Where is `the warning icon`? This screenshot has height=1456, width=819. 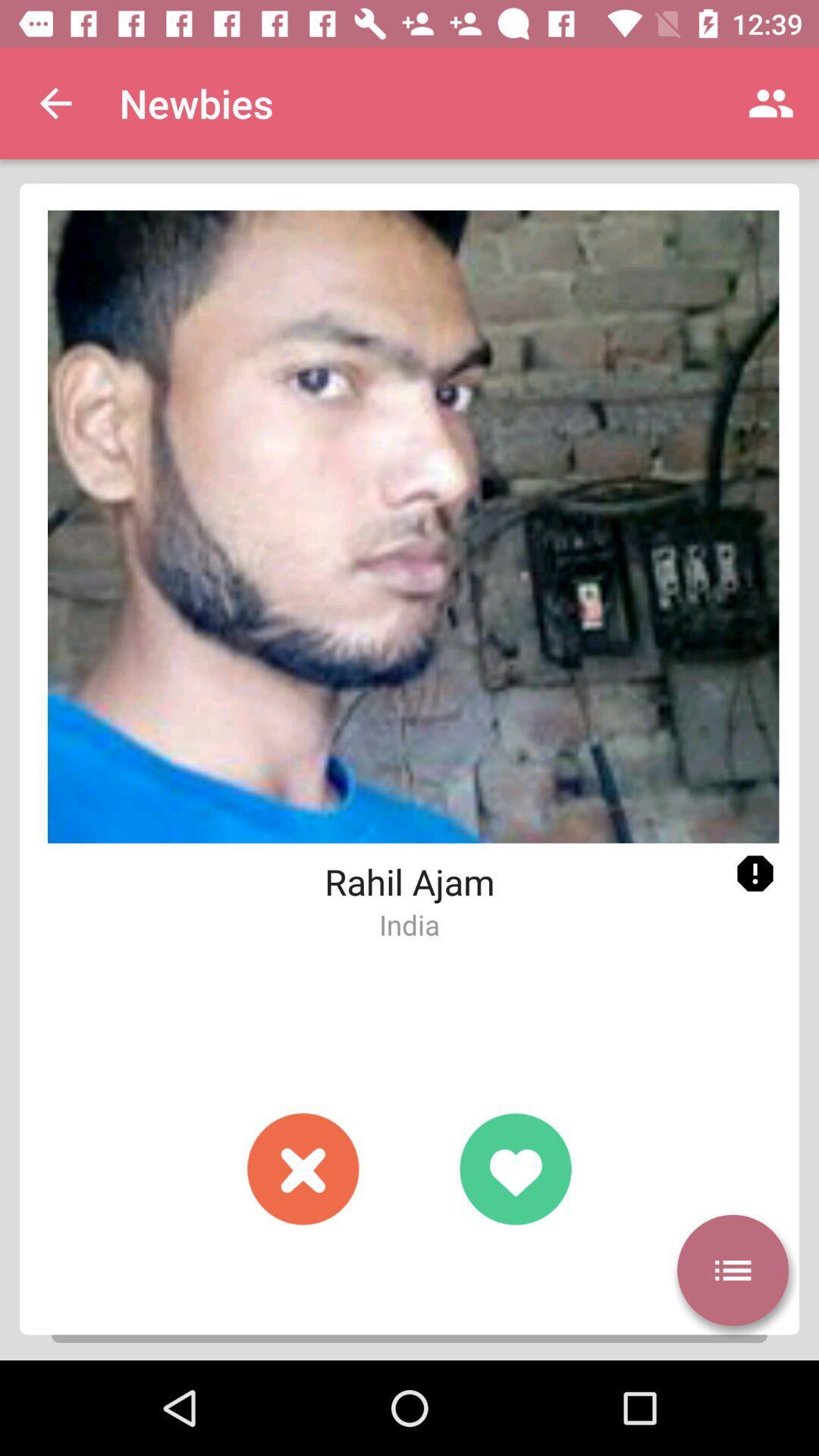
the warning icon is located at coordinates (755, 874).